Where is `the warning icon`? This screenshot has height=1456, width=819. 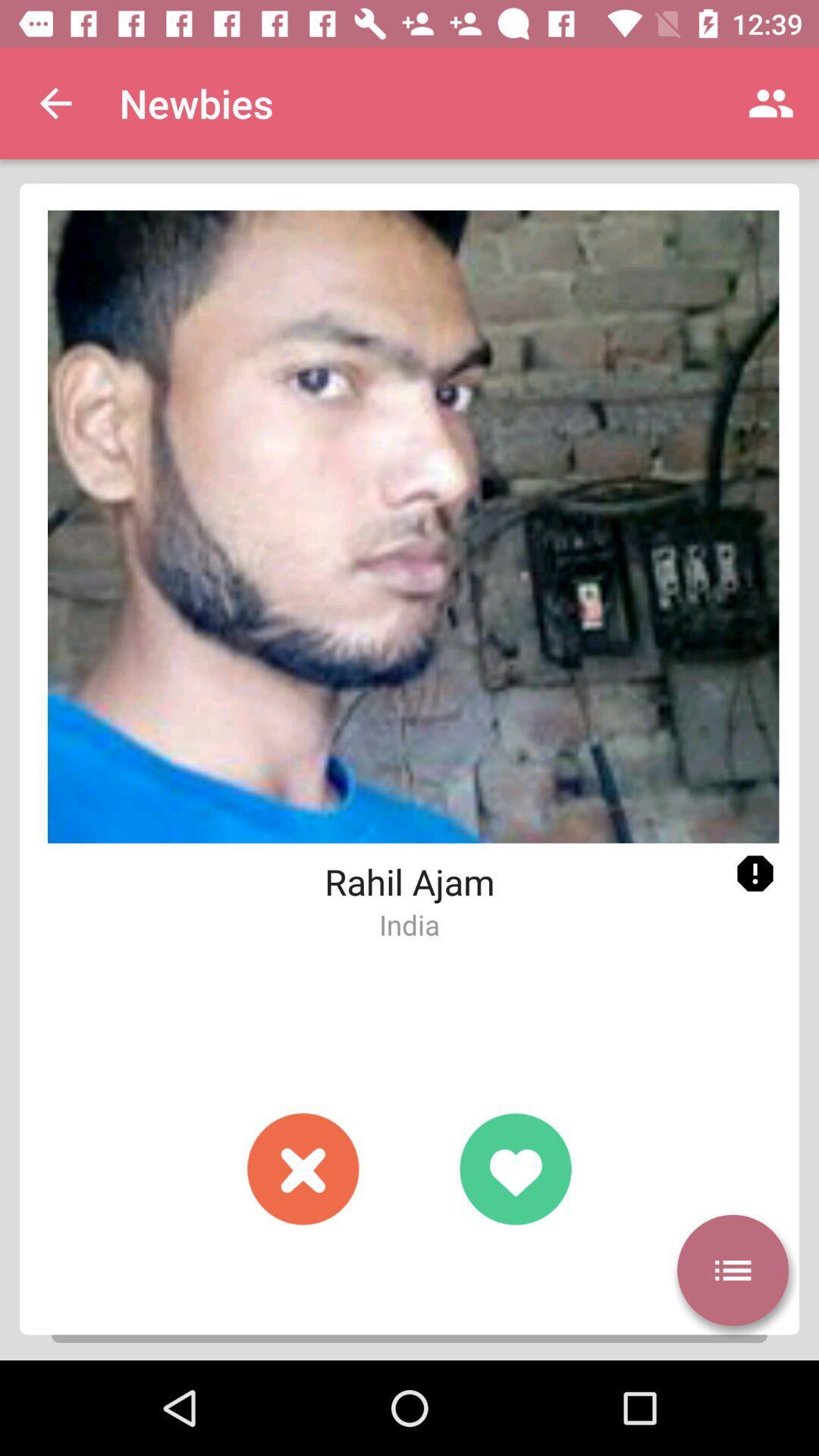
the warning icon is located at coordinates (755, 874).